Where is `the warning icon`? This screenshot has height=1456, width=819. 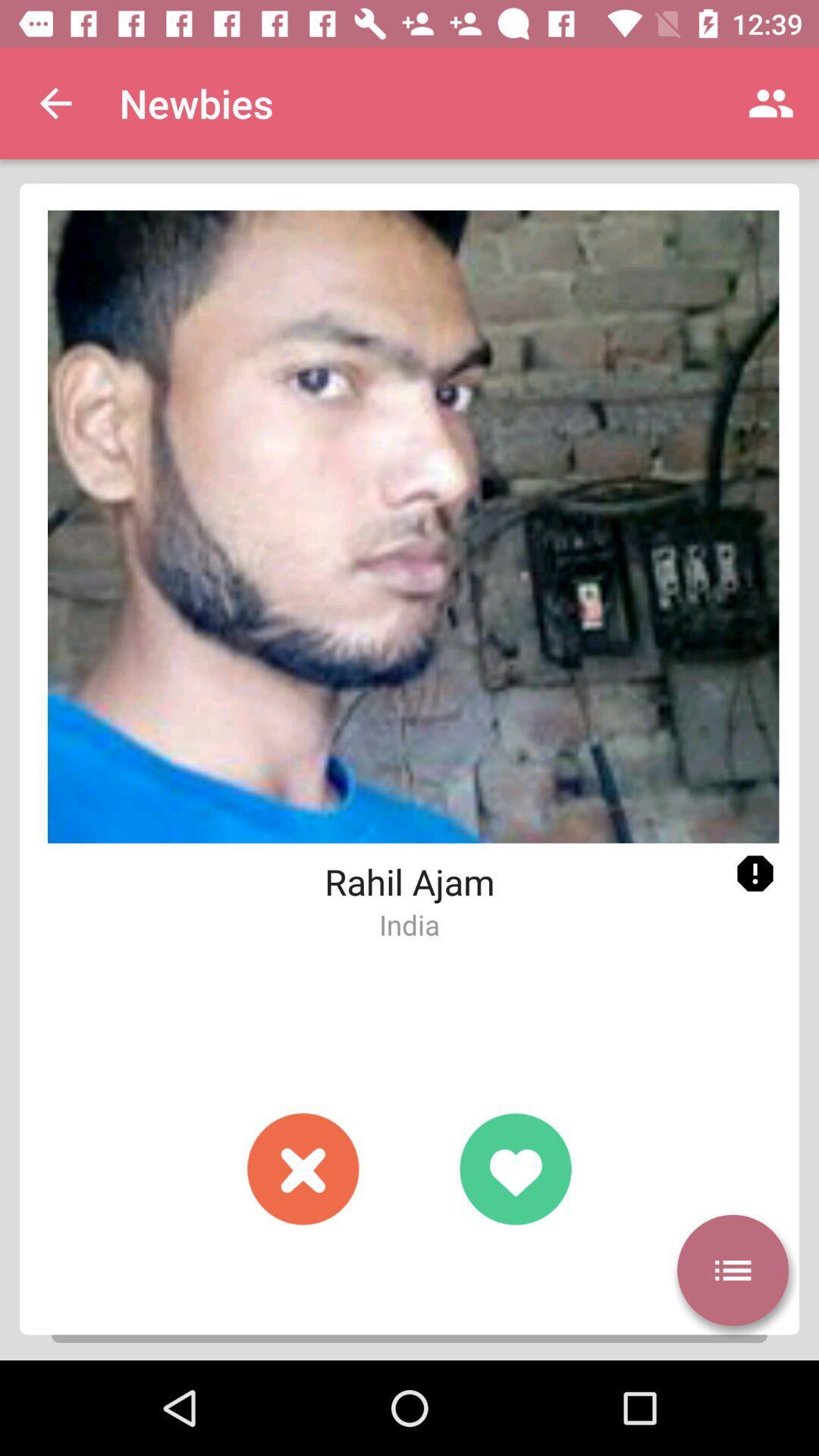
the warning icon is located at coordinates (755, 874).